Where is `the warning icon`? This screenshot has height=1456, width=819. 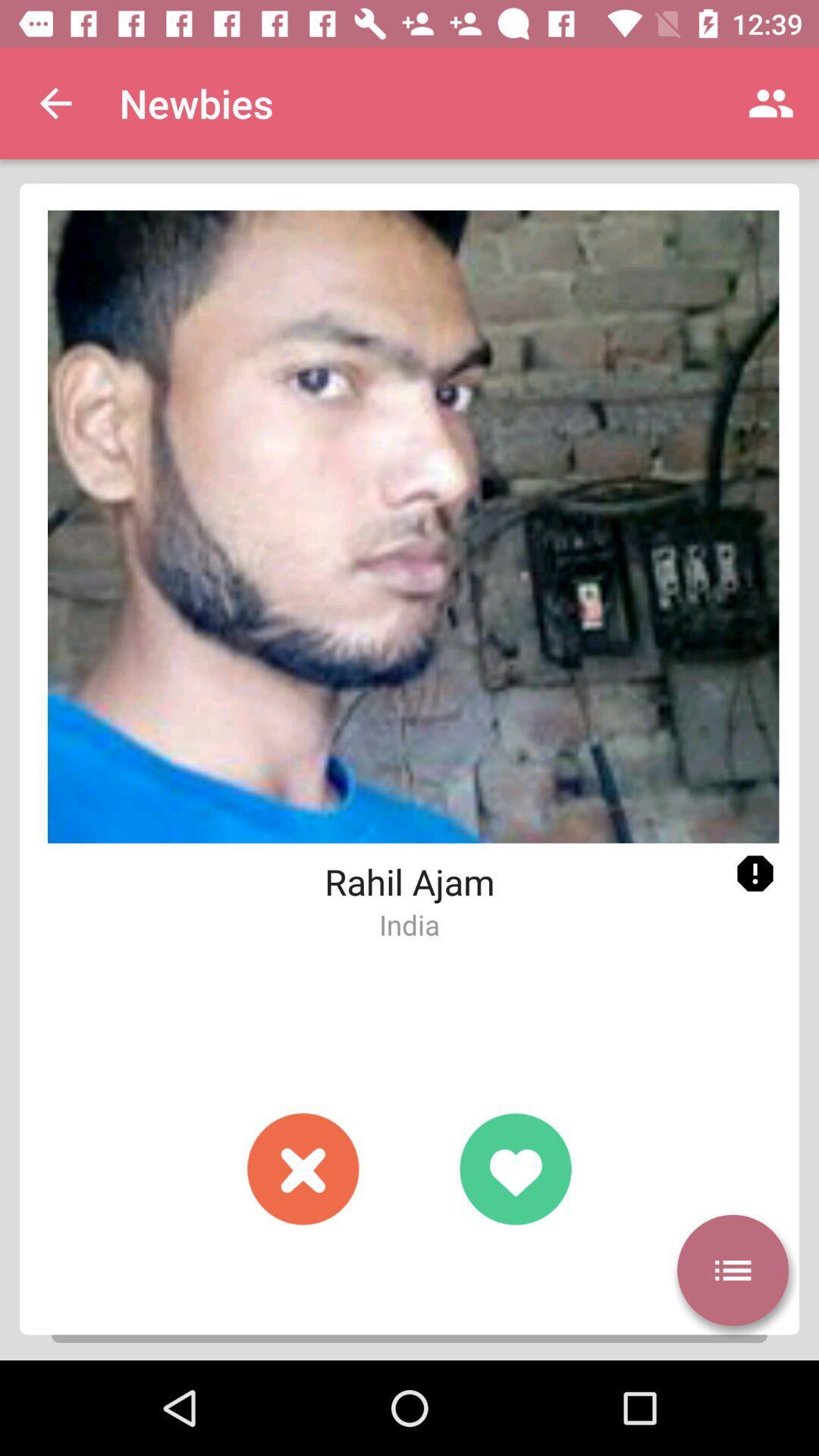
the warning icon is located at coordinates (755, 874).